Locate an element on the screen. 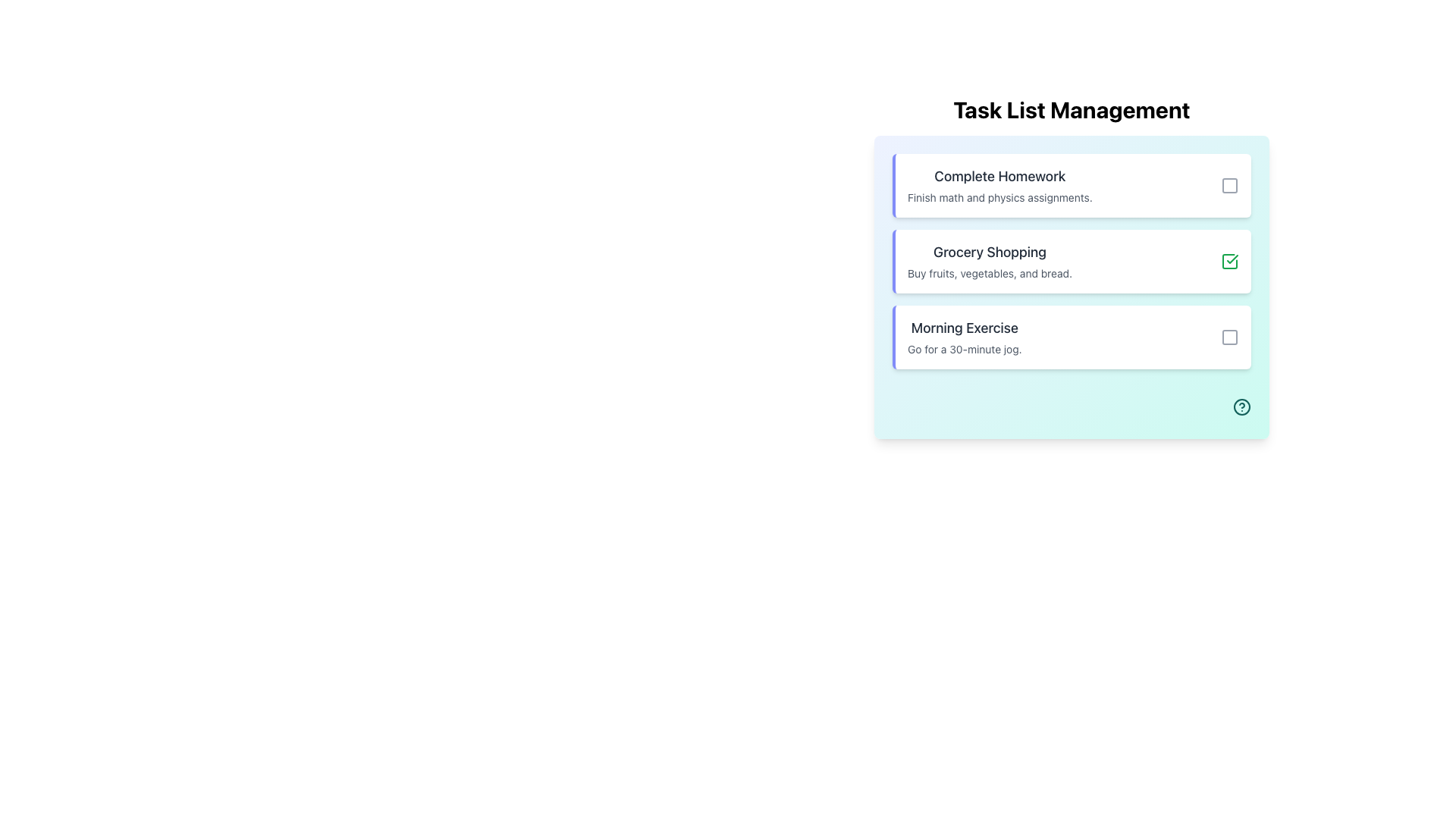 This screenshot has height=819, width=1456. the small square button with rounded corners located in the bottom-right section of the 'Morning Exercise' task card is located at coordinates (1230, 336).